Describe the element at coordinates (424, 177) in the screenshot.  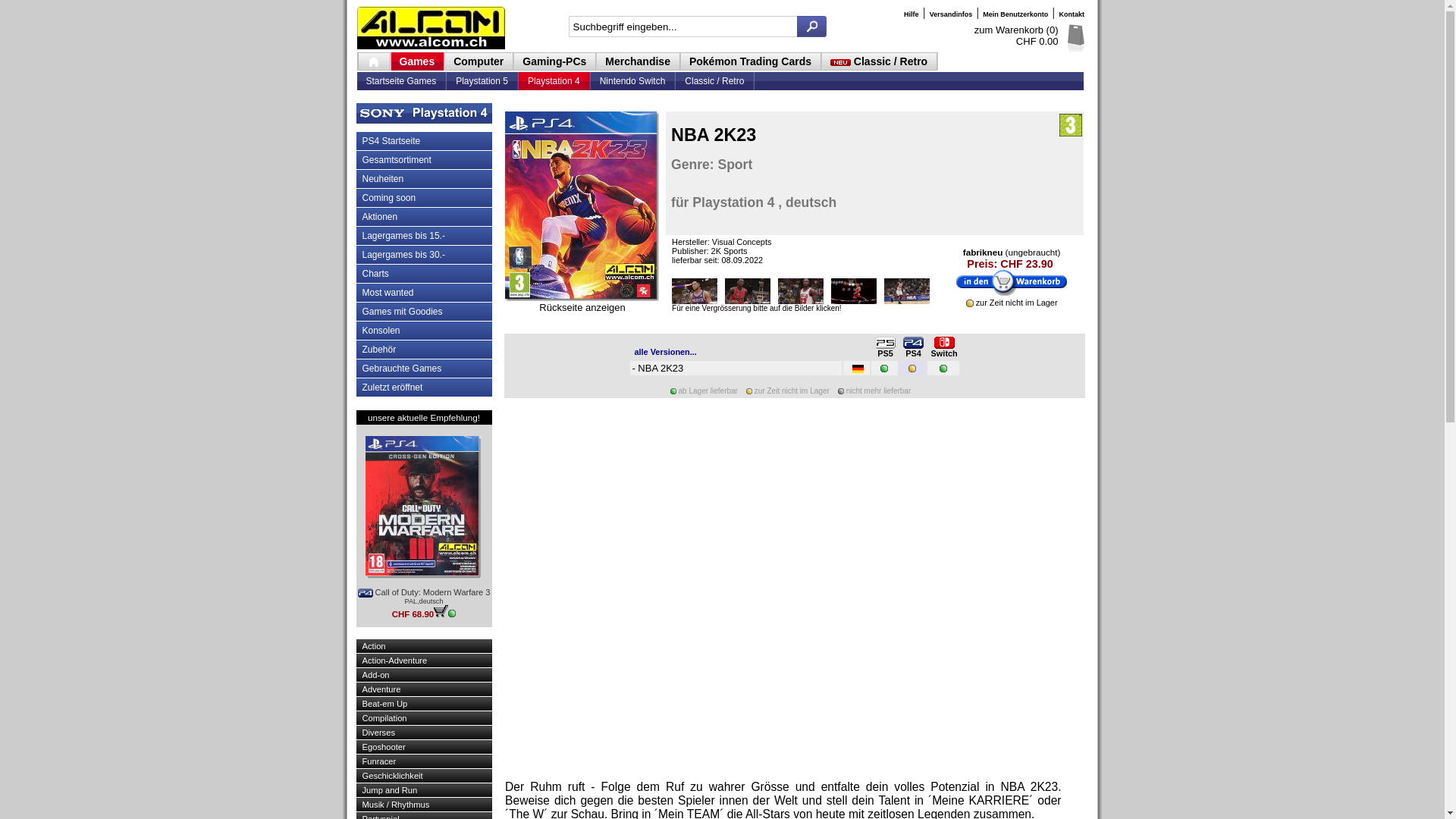
I see `'Neuheiten'` at that location.